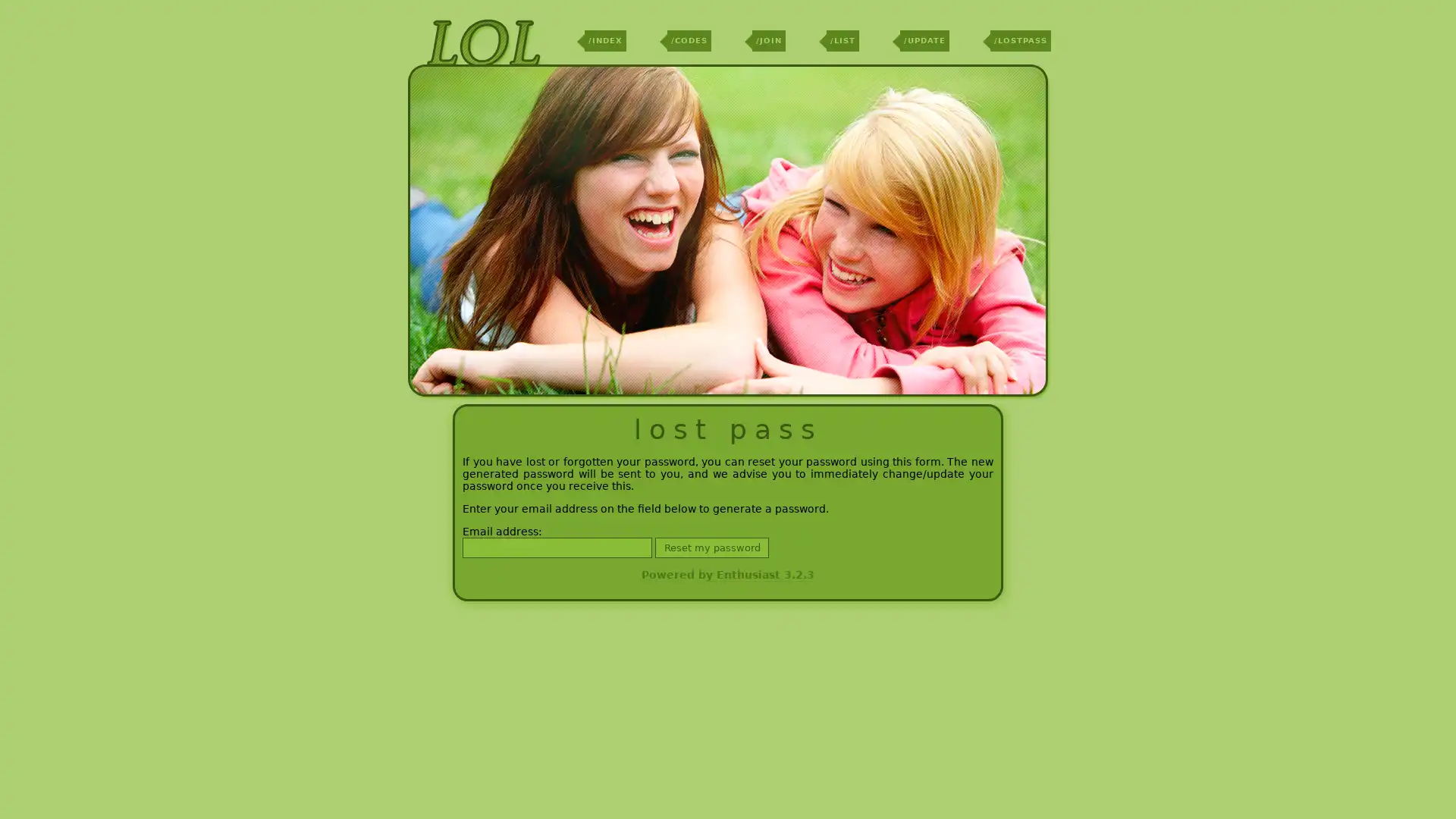 This screenshot has width=1456, height=819. I want to click on Reset my password, so click(711, 548).